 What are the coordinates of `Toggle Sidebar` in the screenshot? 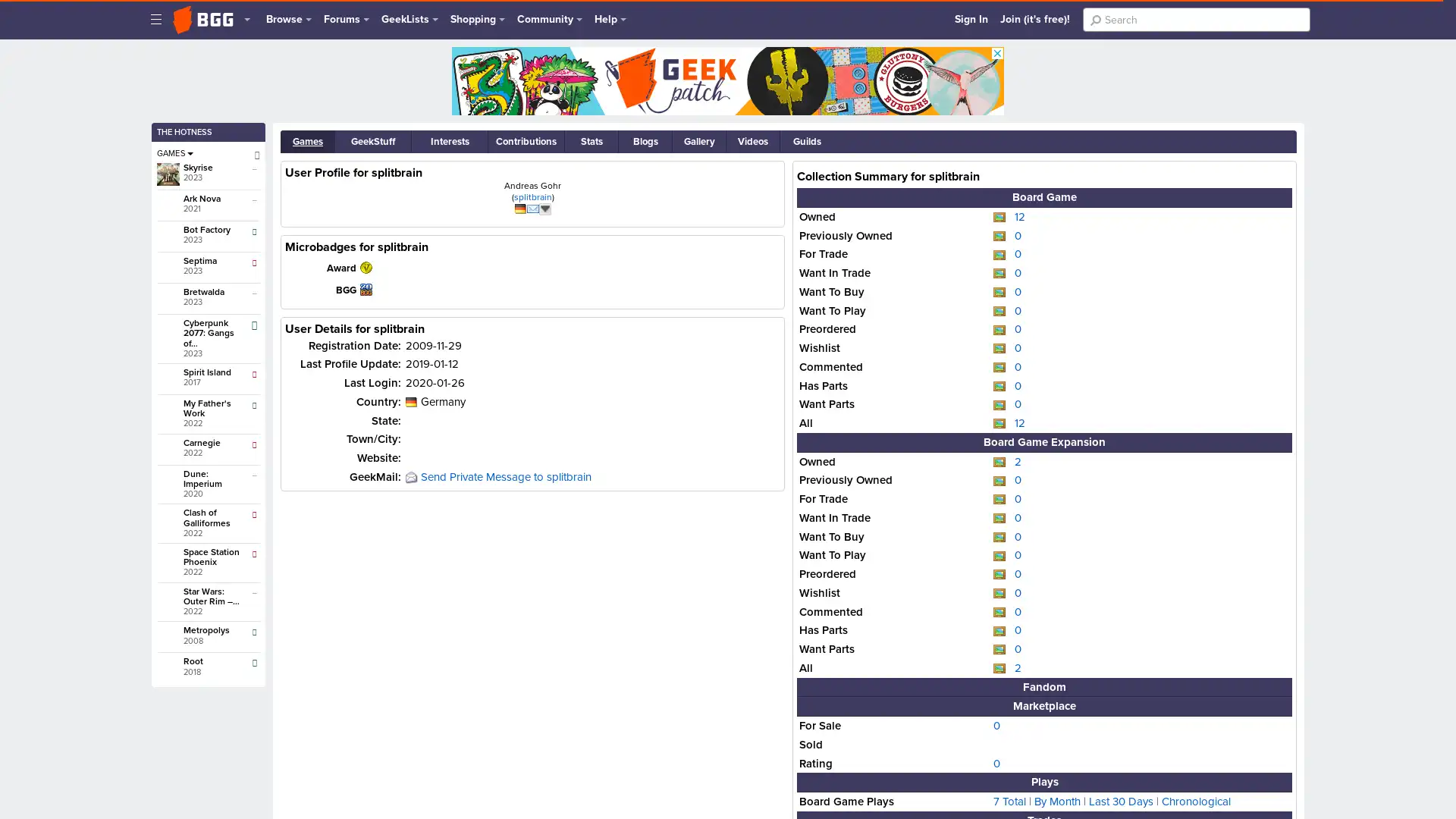 It's located at (156, 19).